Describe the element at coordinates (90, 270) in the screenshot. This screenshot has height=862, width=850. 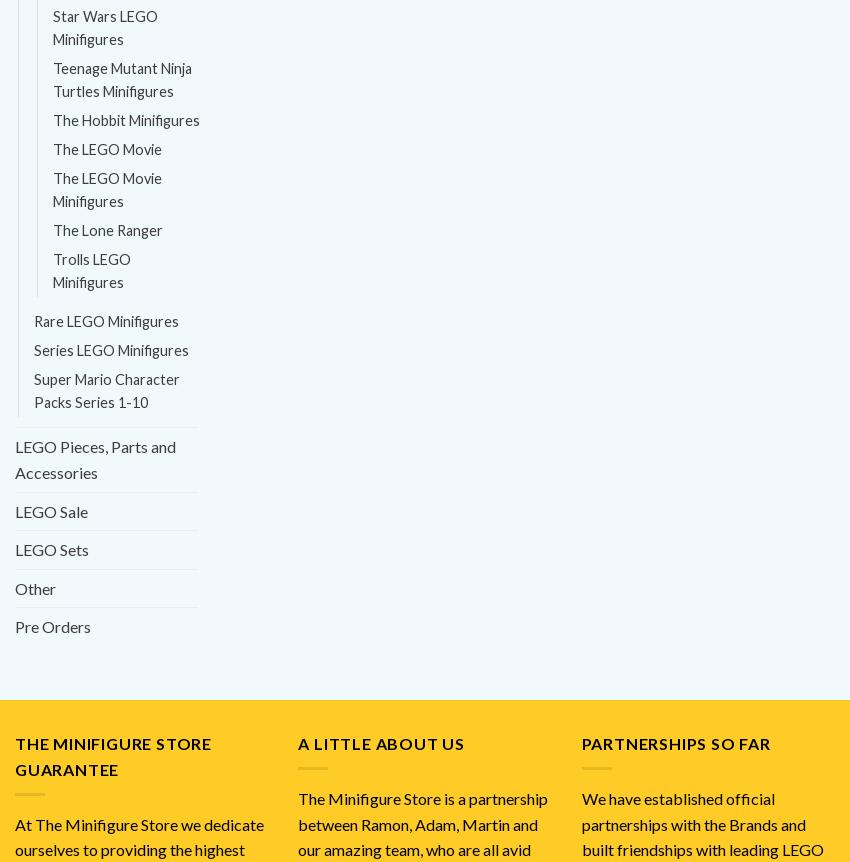
I see `'Trolls LEGO Minifigures'` at that location.